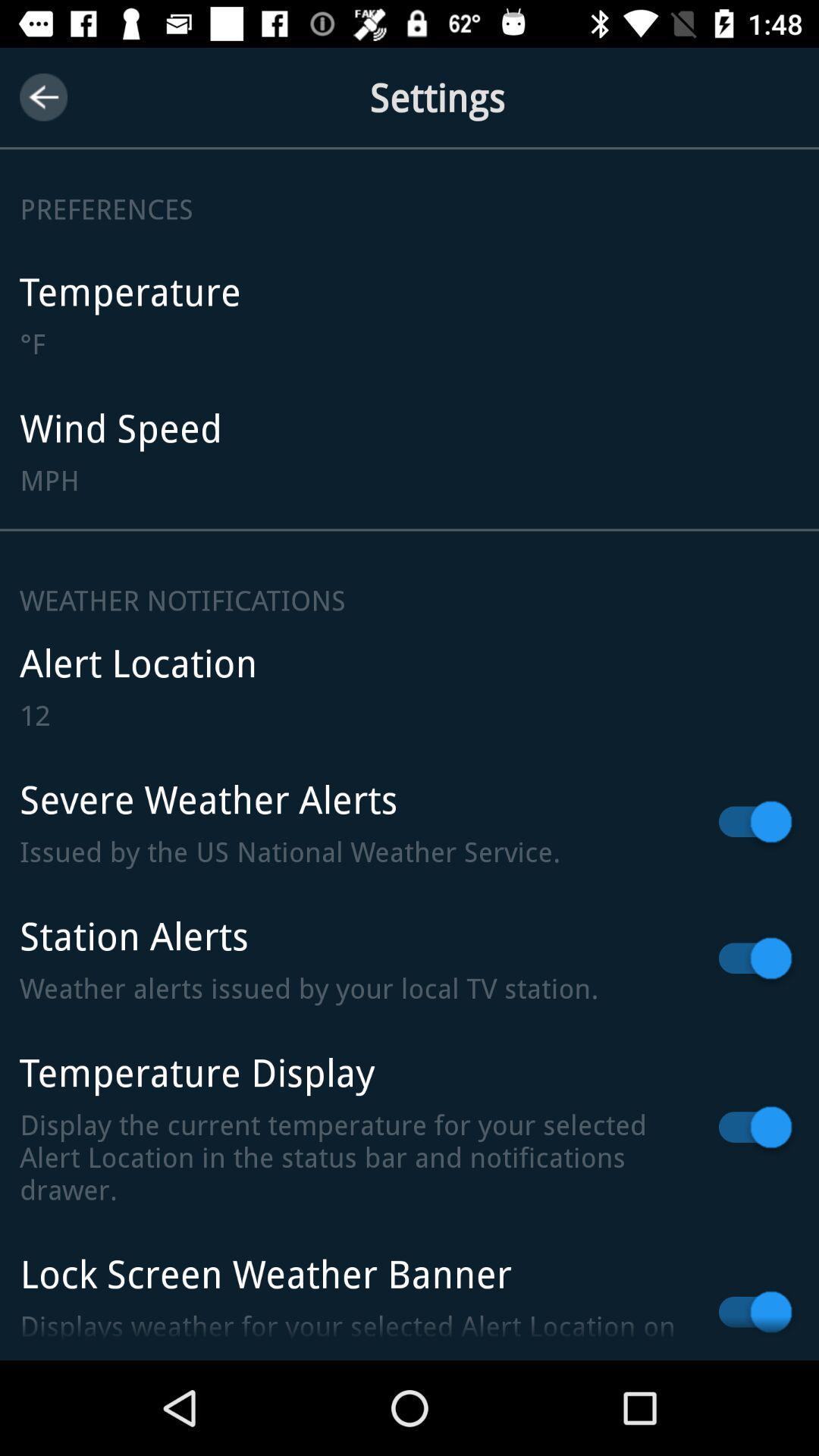 The height and width of the screenshot is (1456, 819). What do you see at coordinates (42, 96) in the screenshot?
I see `the arrow_backward icon` at bounding box center [42, 96].